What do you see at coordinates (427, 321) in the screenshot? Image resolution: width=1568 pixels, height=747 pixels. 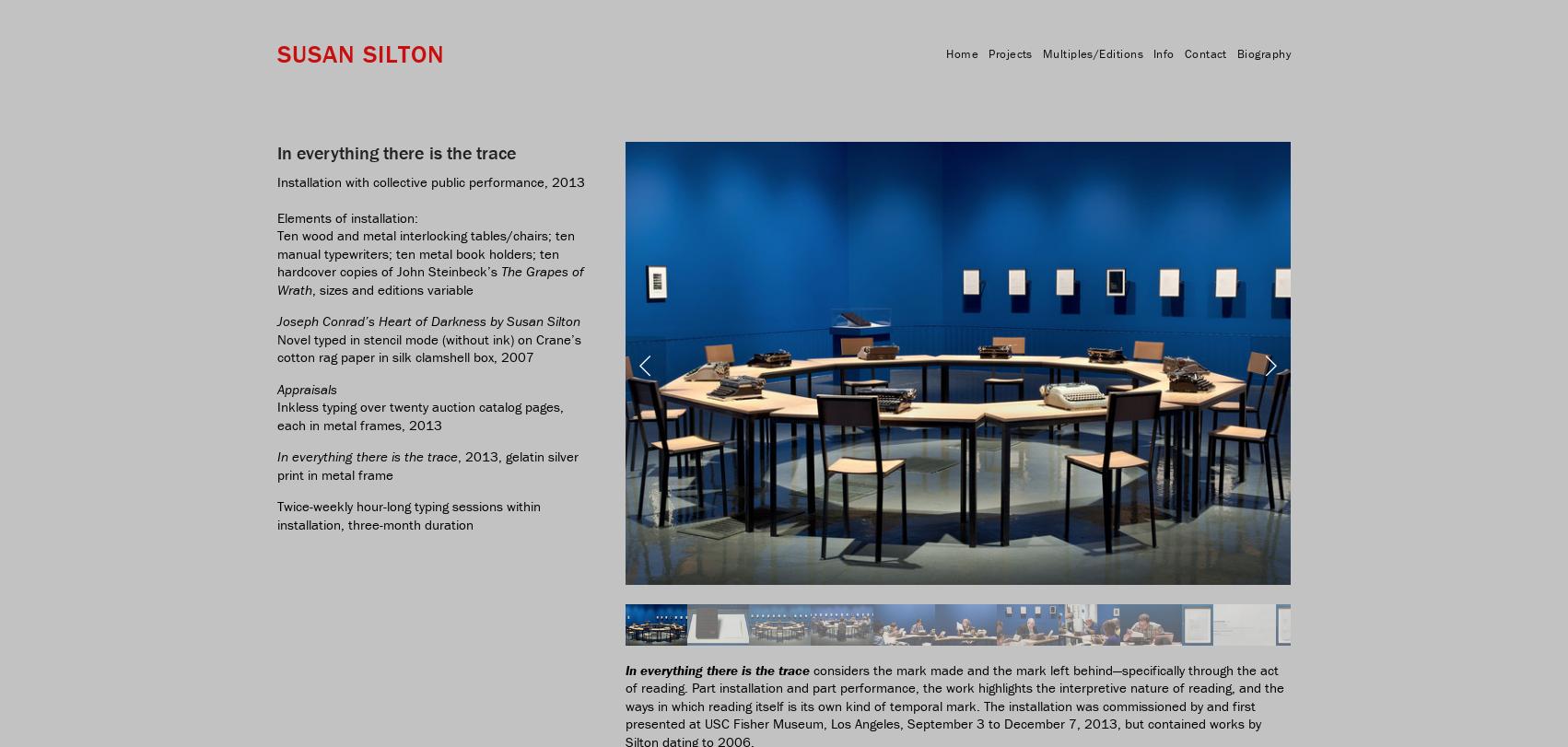 I see `'Joseph Conrad’s Heart of Darkness by Susan Silton'` at bounding box center [427, 321].